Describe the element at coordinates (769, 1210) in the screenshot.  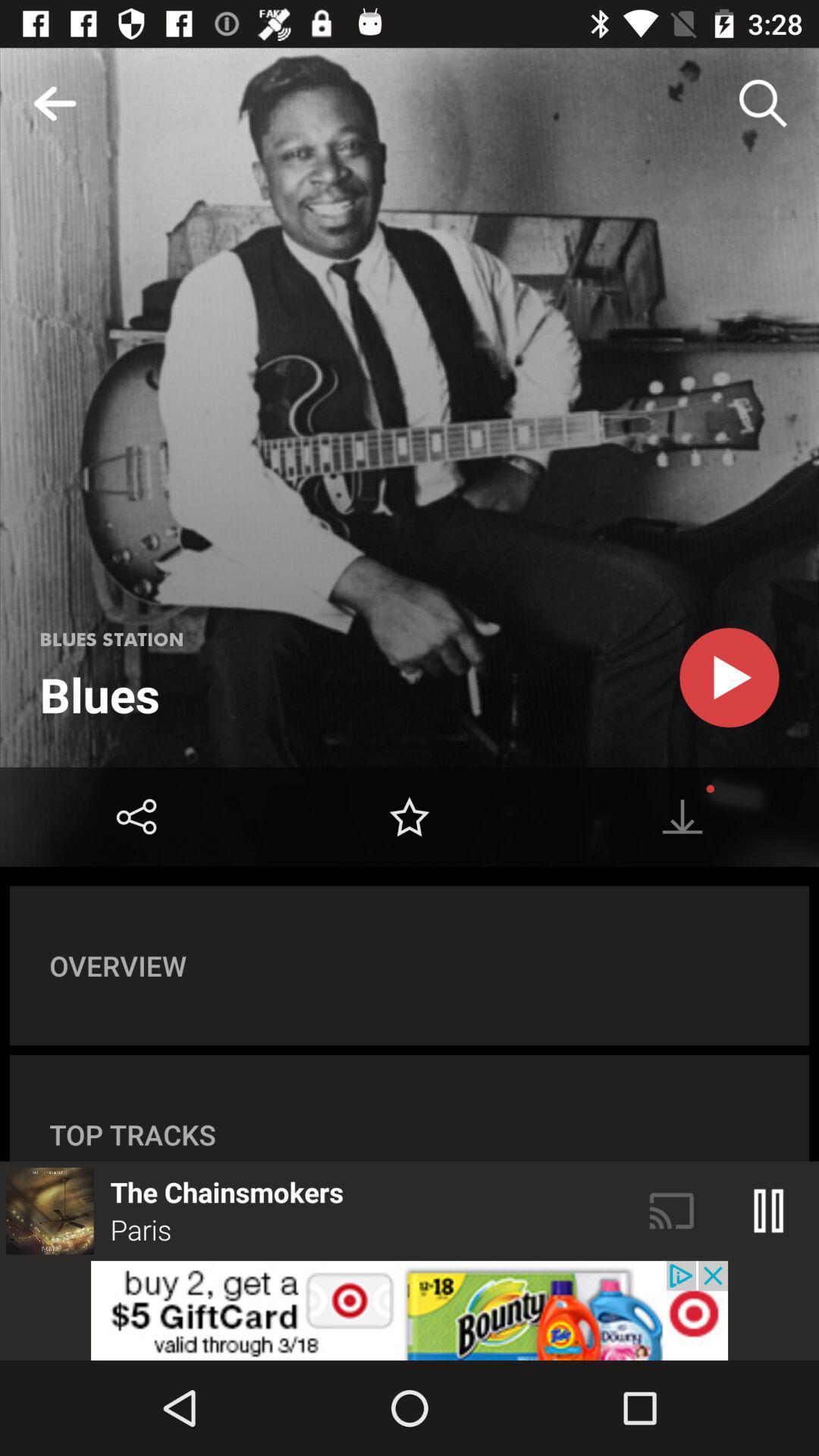
I see `the pause icon` at that location.